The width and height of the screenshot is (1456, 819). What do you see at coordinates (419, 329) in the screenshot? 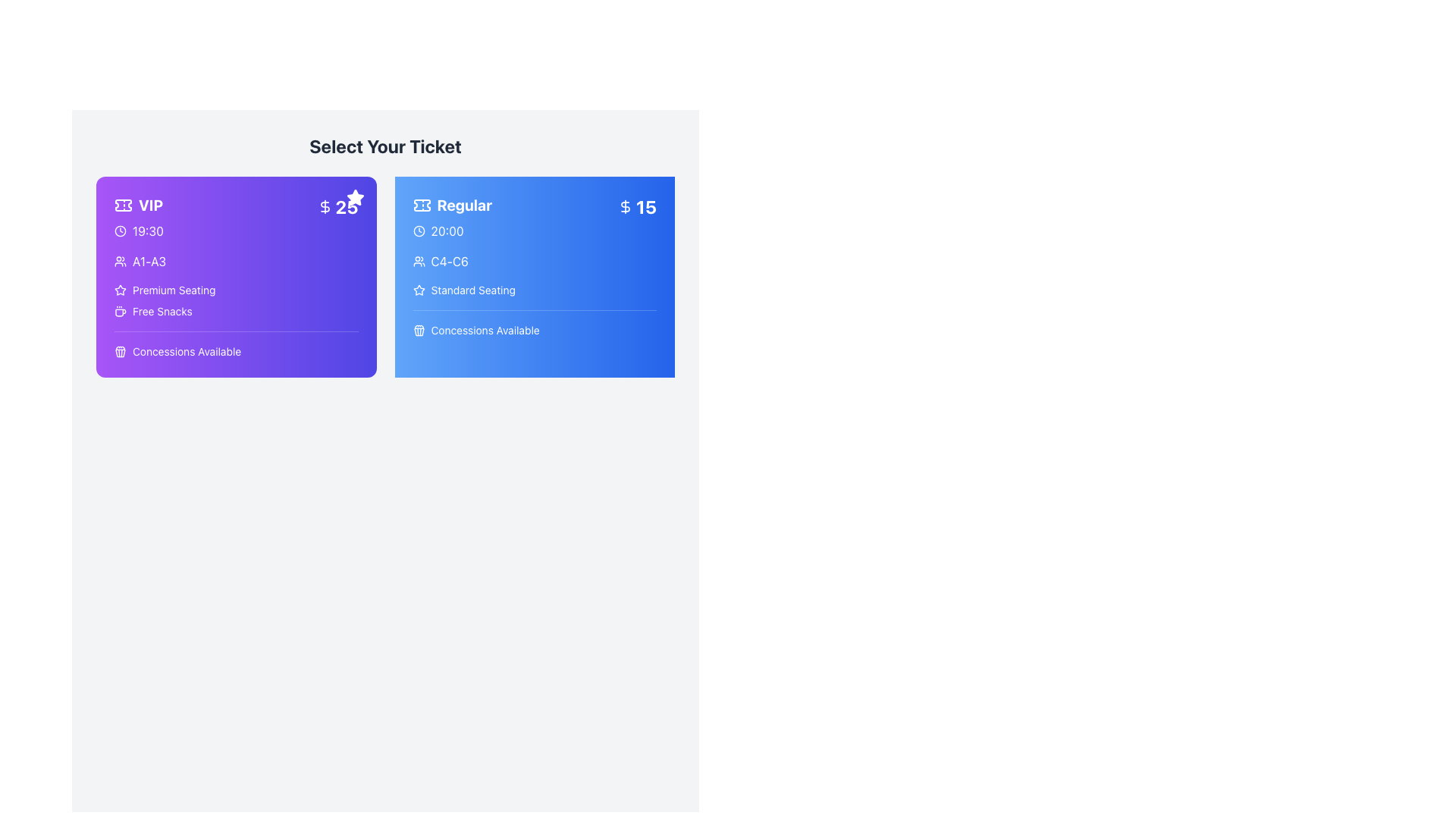
I see `the concessions availability icon located within the blue card labeled 'Regular', which enhances the visual communication of the text 'Concessions Available'` at bounding box center [419, 329].